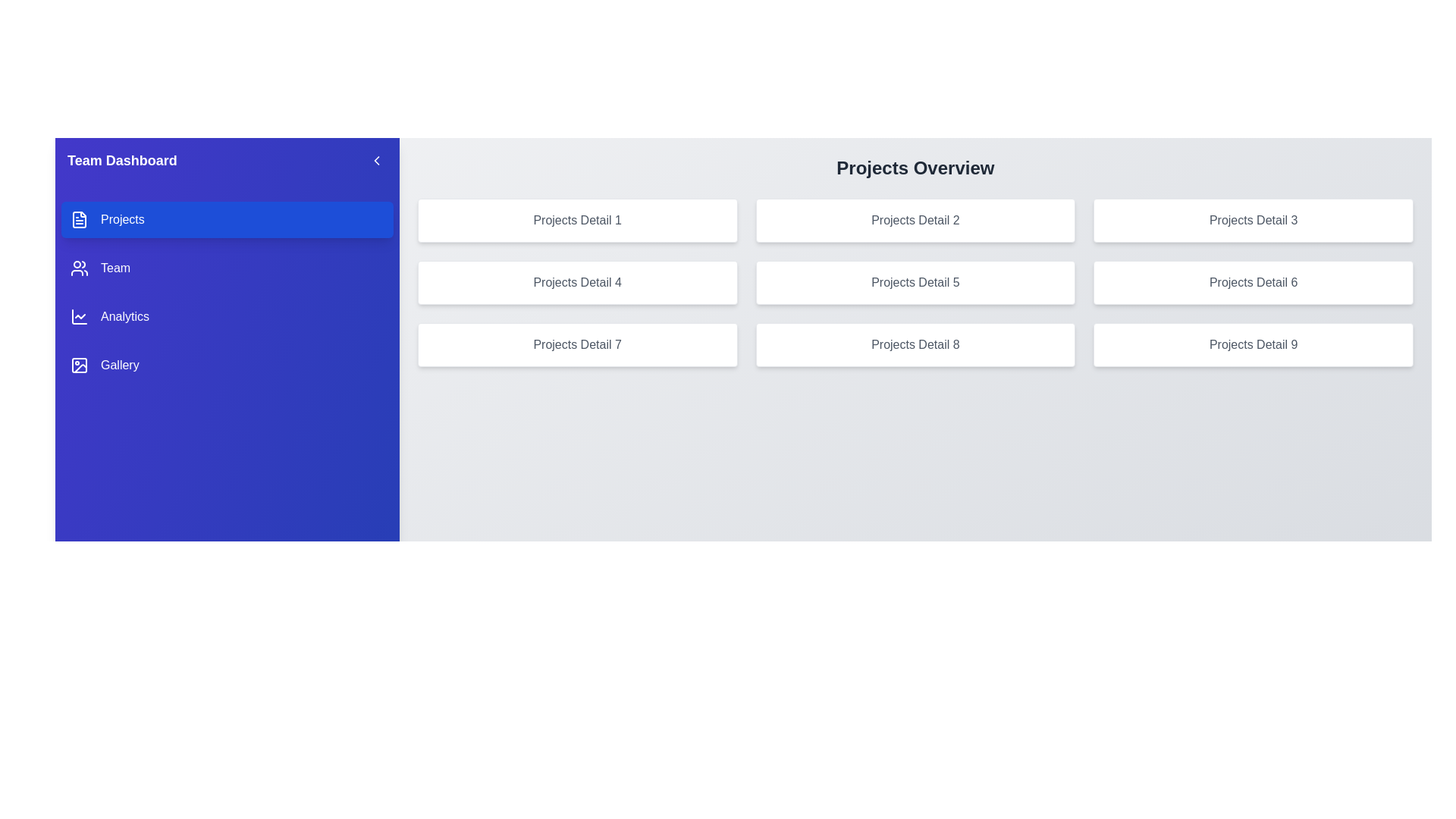  What do you see at coordinates (226, 366) in the screenshot?
I see `the category Gallery from the sidebar menu` at bounding box center [226, 366].